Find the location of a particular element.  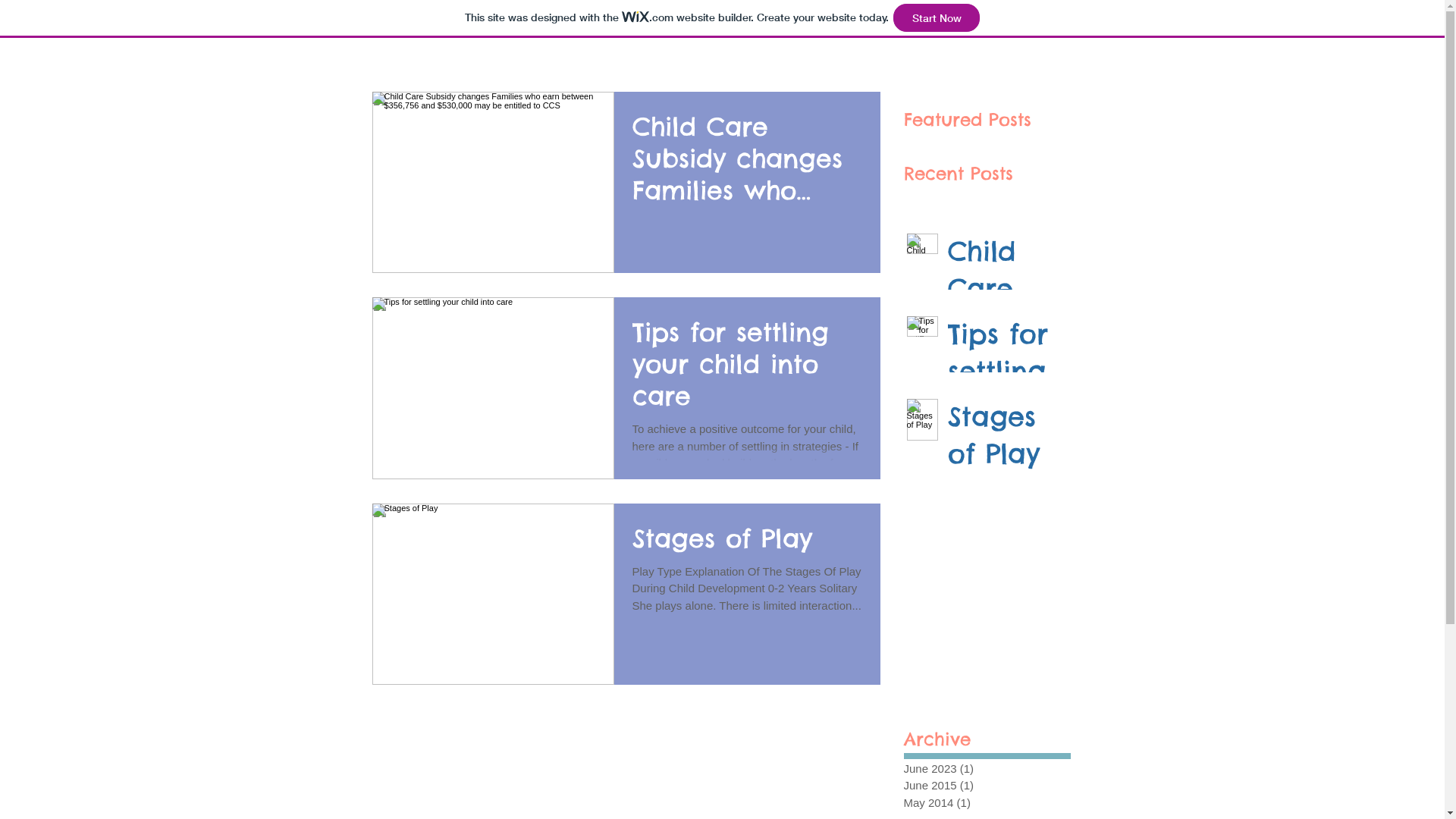

'May 2014 (1)' is located at coordinates (983, 802).